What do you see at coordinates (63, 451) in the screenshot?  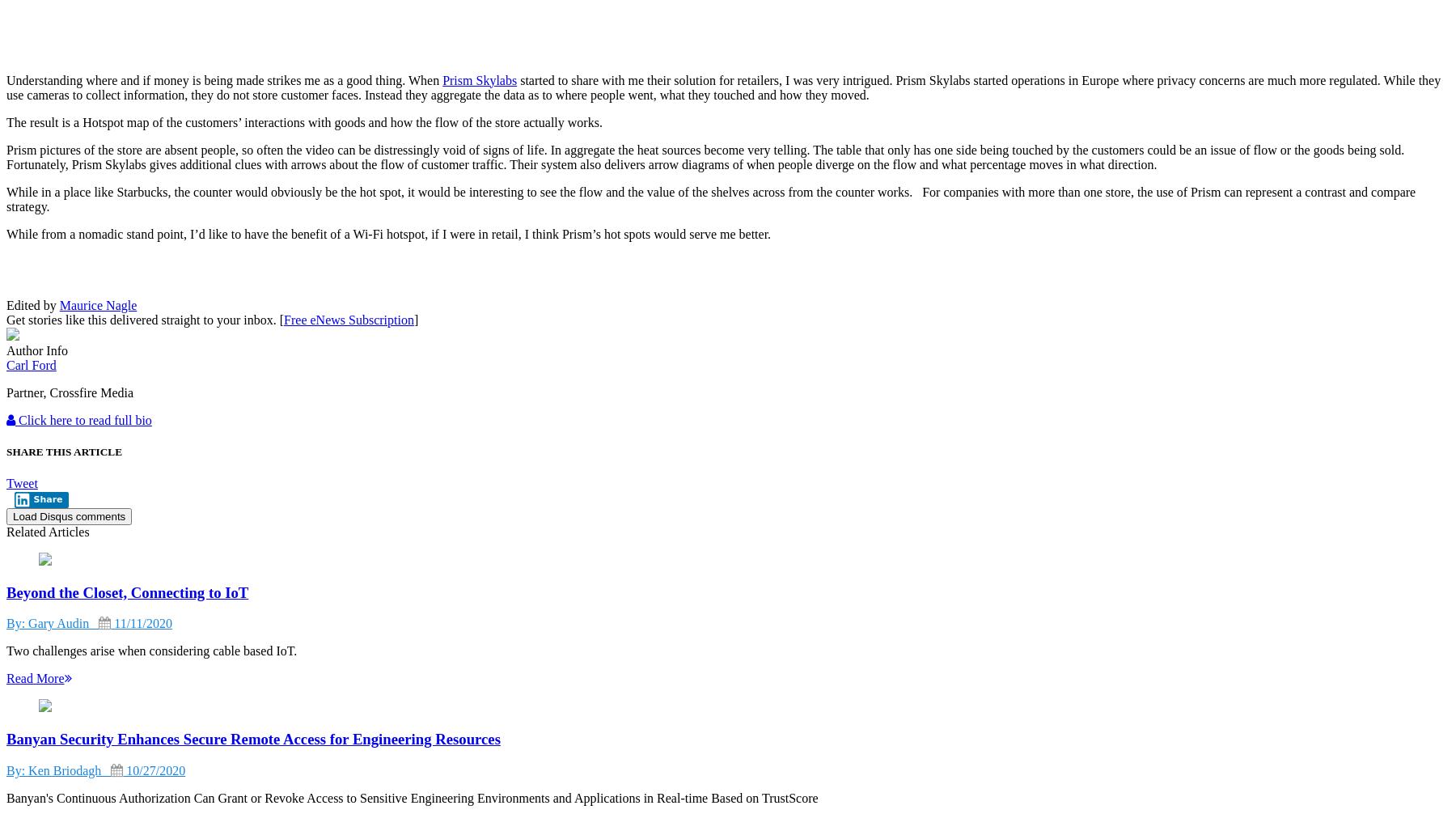 I see `'SHARE THIS ARTICLE'` at bounding box center [63, 451].